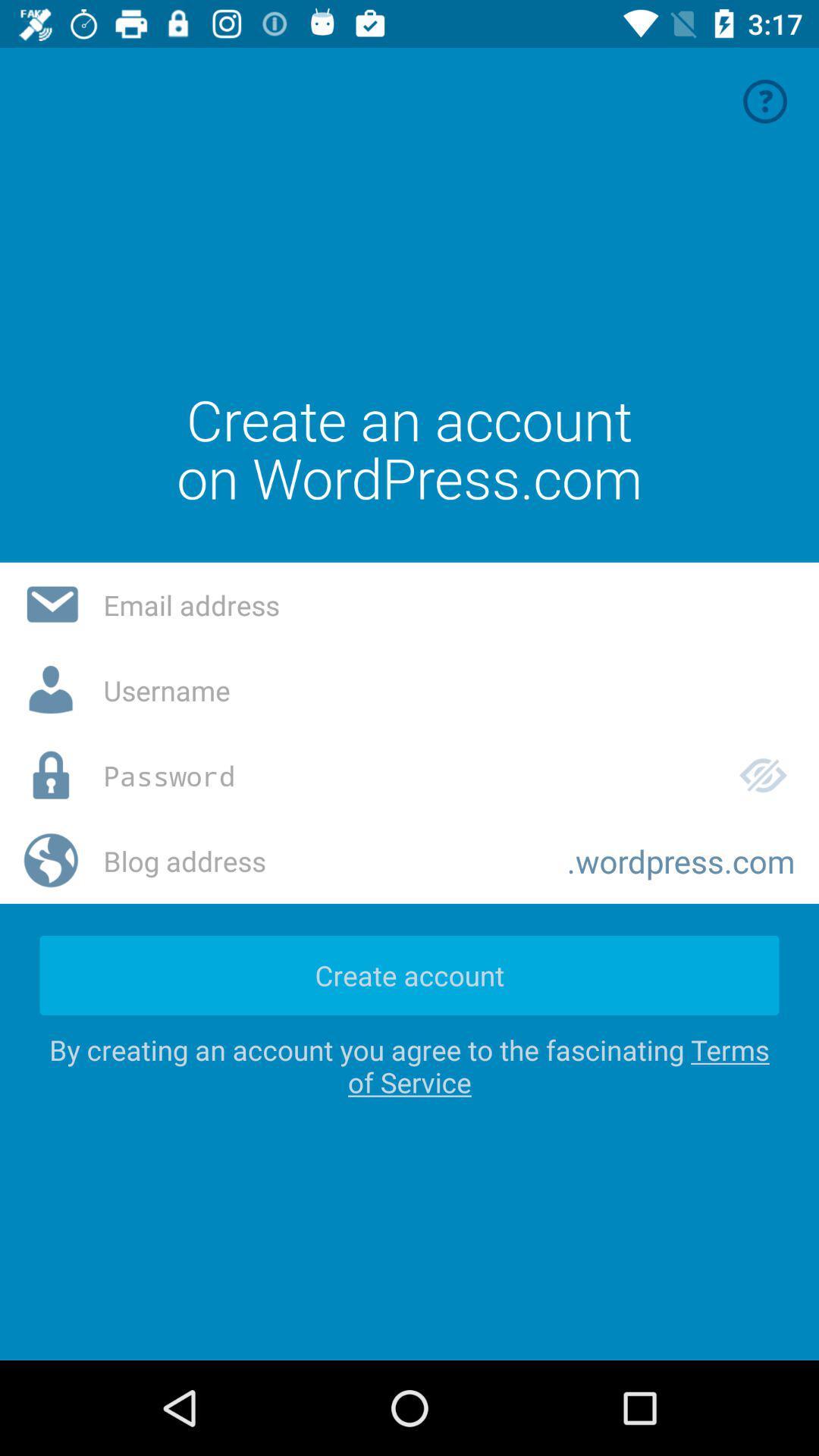  What do you see at coordinates (448, 604) in the screenshot?
I see `insert email address` at bounding box center [448, 604].